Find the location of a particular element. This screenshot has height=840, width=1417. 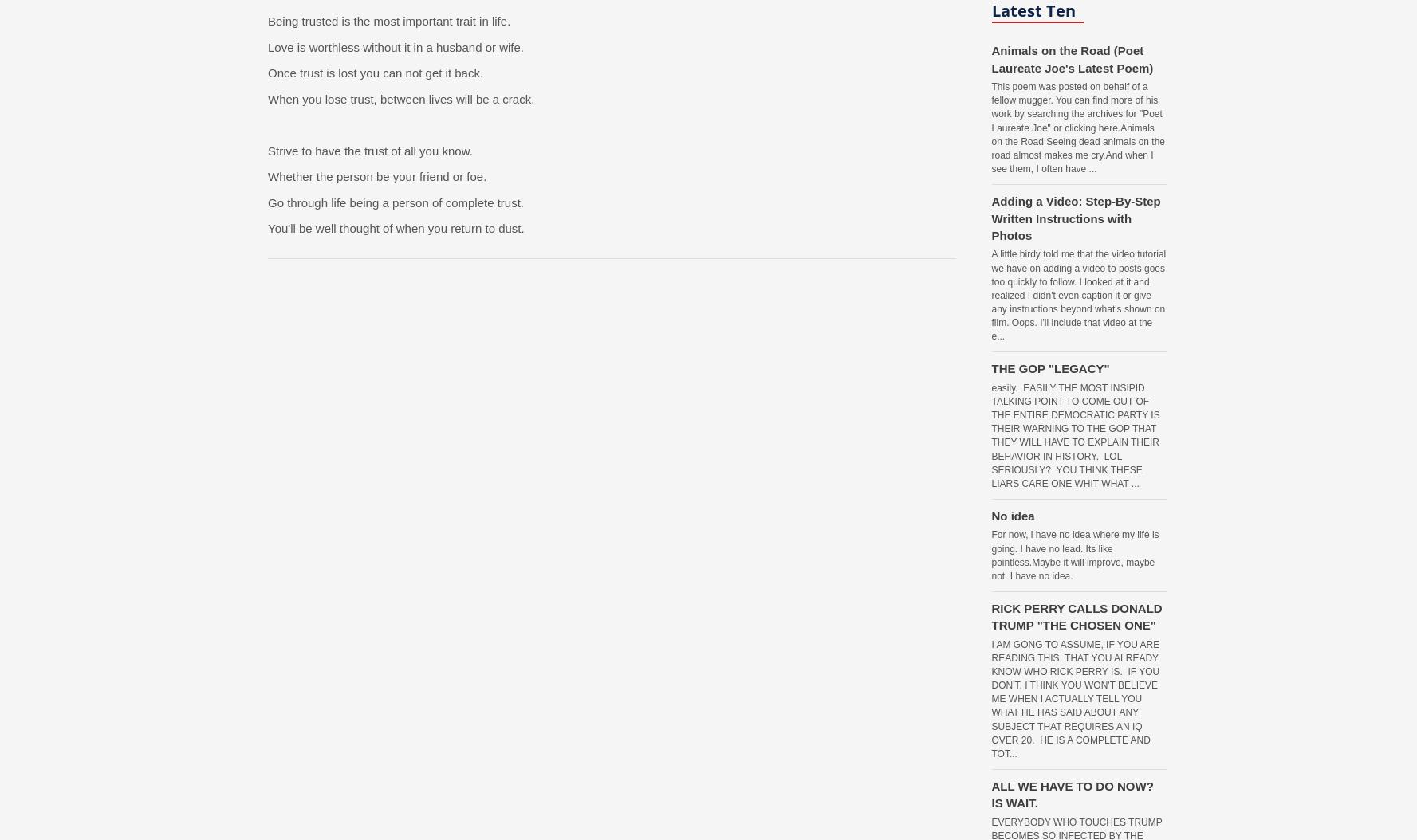

'easily.  EASILY THE MOST INSIPID TALKING POINT TO COME OUT OF THE ENTIRE DEMOCRATIC PARTY IS THEIR WARNING TO THE GOP THAT THEY WILL HAVE TO EXPLAIN THEIR BEHAVIOR IN HISTORY.  LOL  SERIOUSLY?  YOU THINK THESE LIARS CARE ONE WHIT WHAT ...' is located at coordinates (1075, 434).